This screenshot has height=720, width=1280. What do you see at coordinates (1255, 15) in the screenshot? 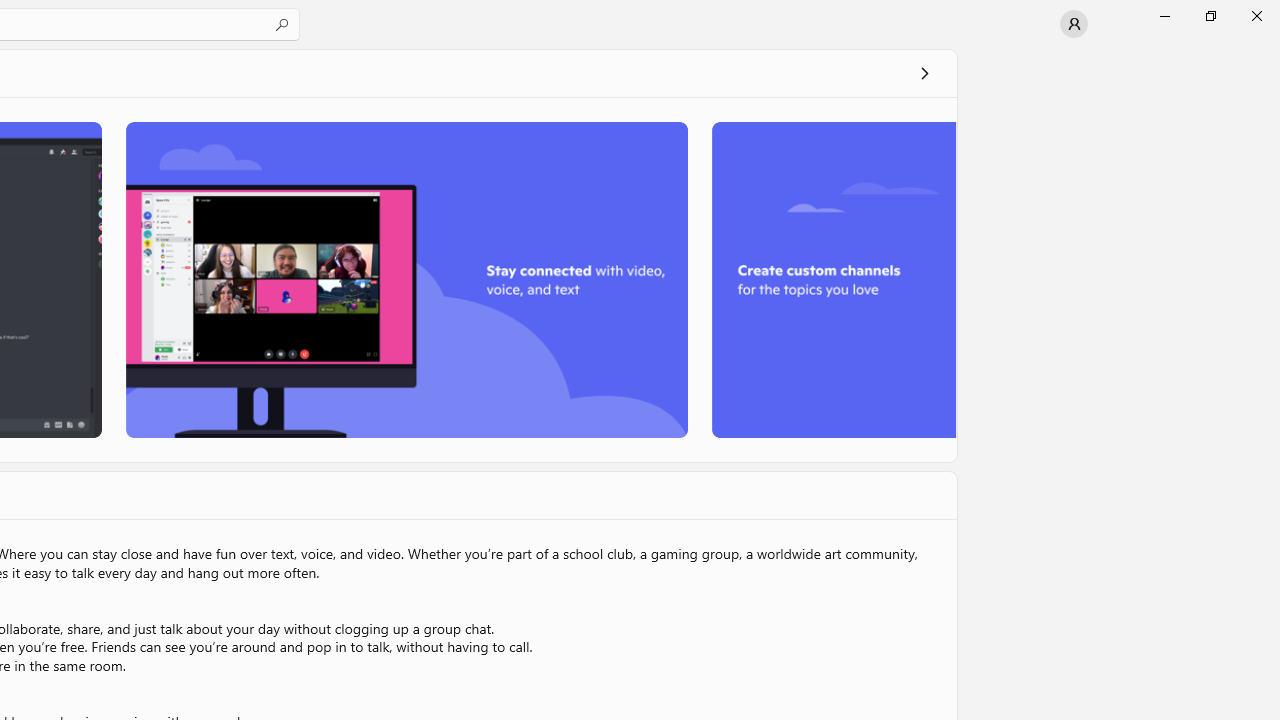
I see `'Close Microsoft Store'` at bounding box center [1255, 15].